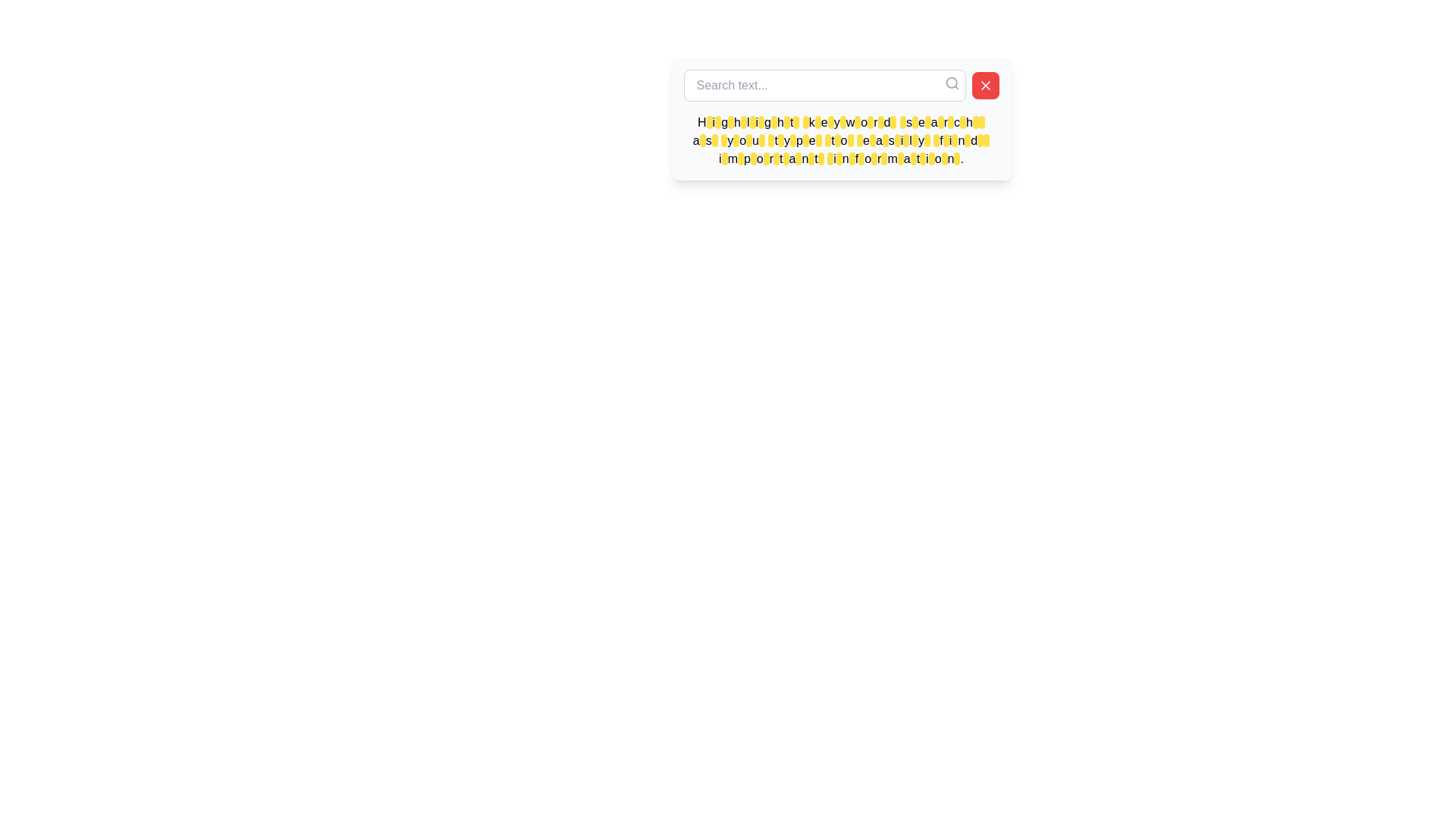 The image size is (1456, 819). What do you see at coordinates (945, 140) in the screenshot?
I see `the 23rd rectangular highlighting background element that emphasizes specific keywords or phrases in the text, located towards the bottom-right of the paragraph` at bounding box center [945, 140].